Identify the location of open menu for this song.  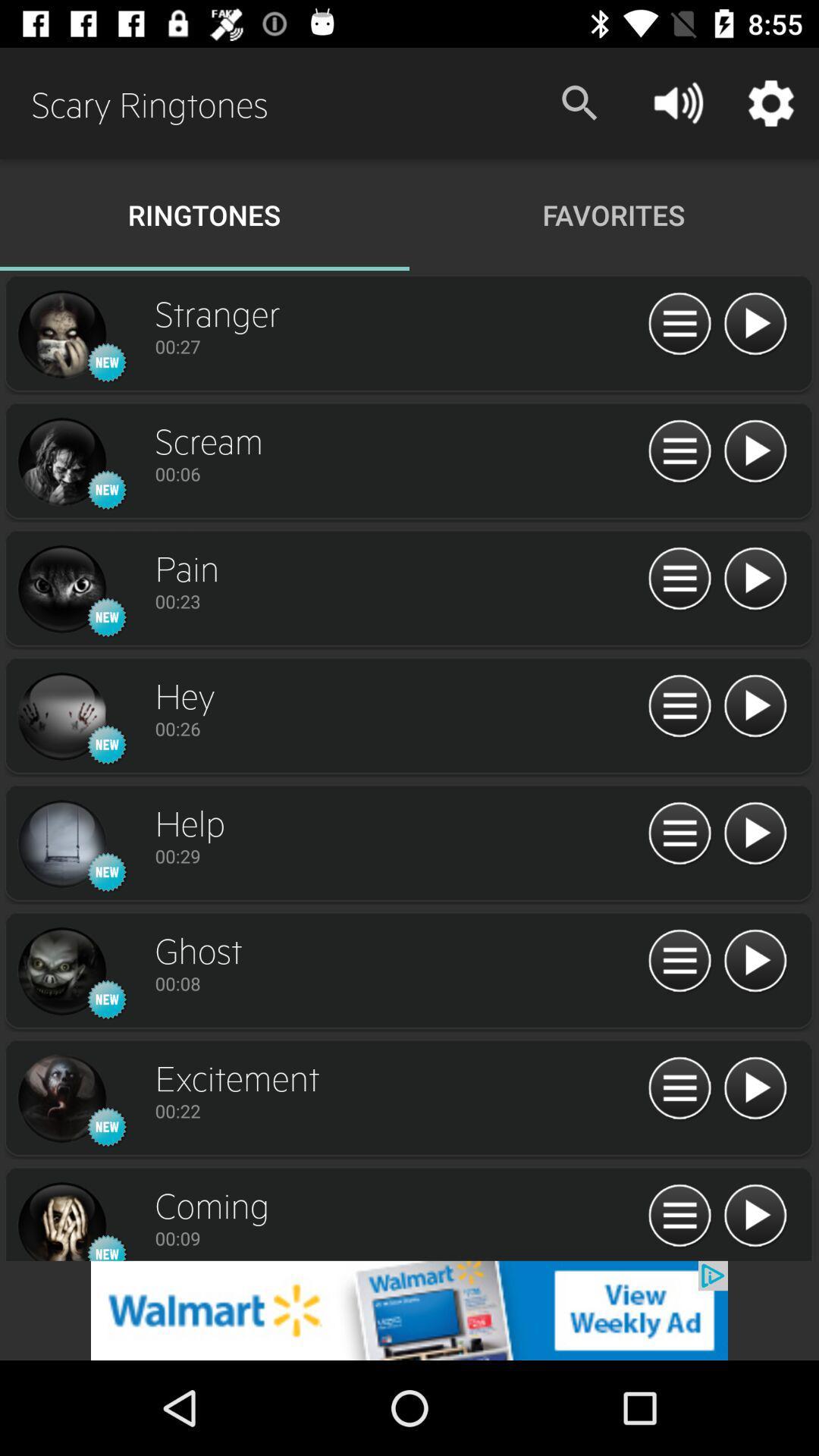
(679, 706).